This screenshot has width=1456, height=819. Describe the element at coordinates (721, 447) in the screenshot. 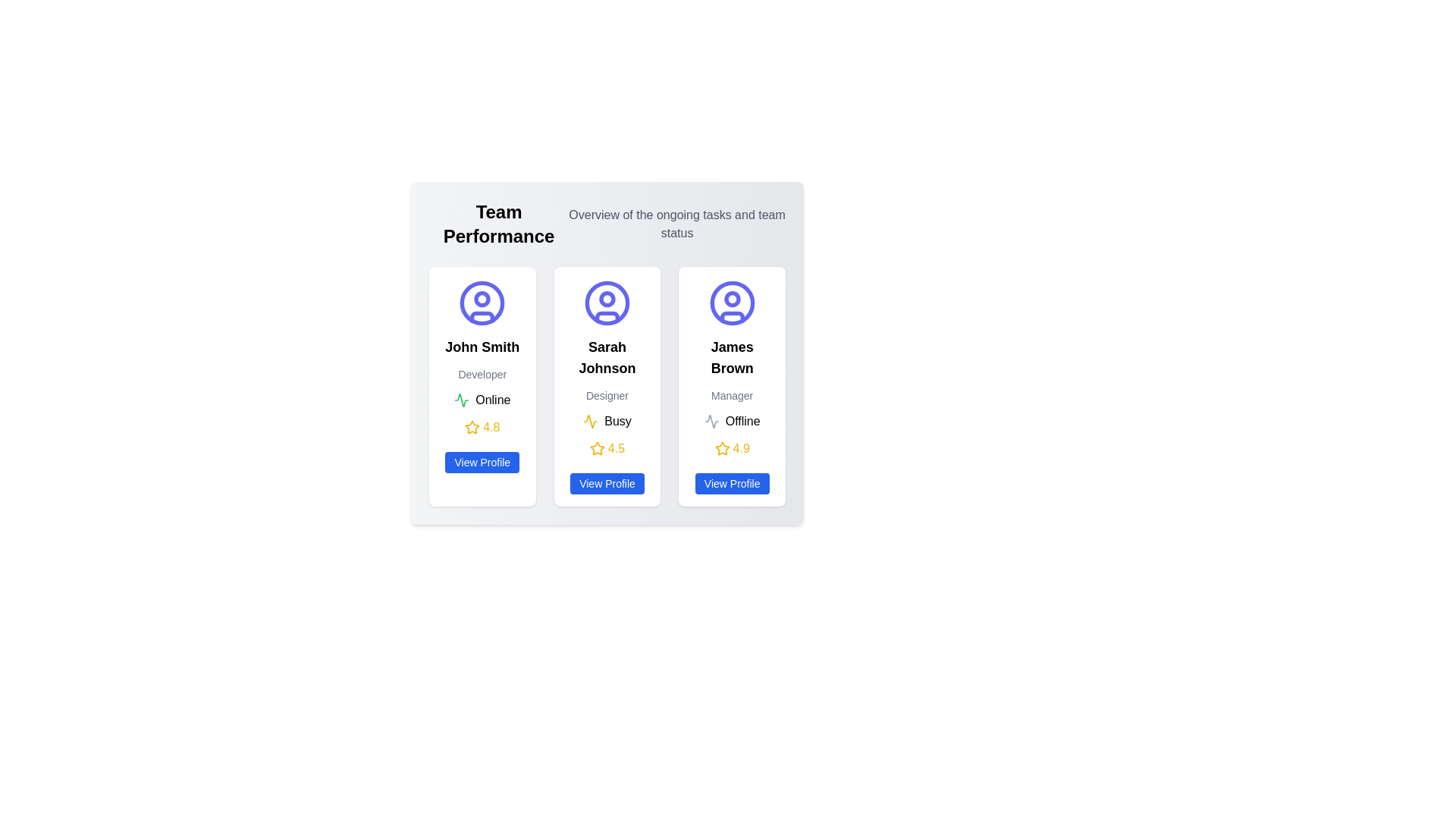

I see `the star icon representing the rating for 'James Brown', located in the third column of the main layout, adjacent to the numeric text '4.9'` at that location.